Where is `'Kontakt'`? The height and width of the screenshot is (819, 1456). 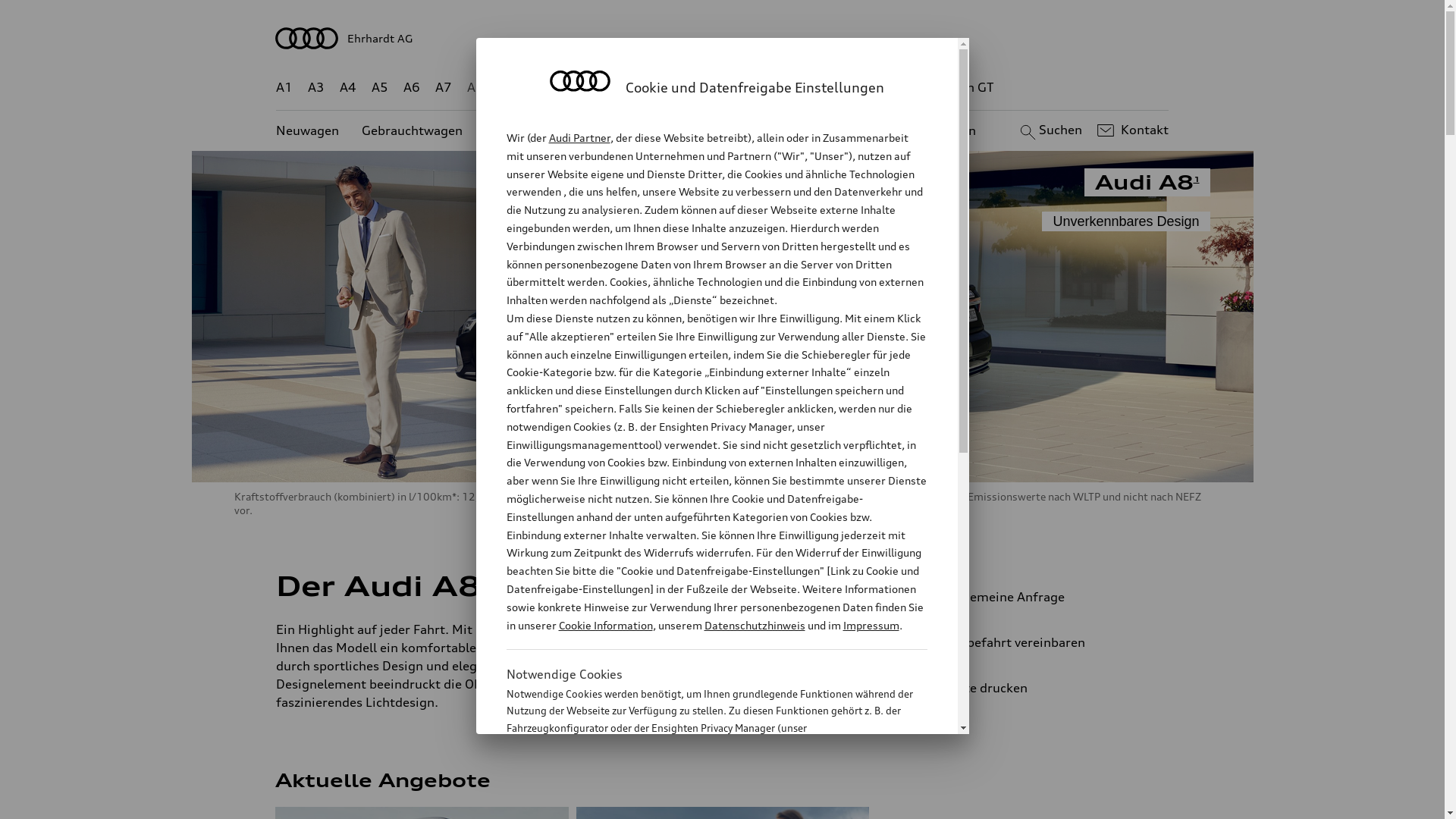 'Kontakt' is located at coordinates (1131, 130).